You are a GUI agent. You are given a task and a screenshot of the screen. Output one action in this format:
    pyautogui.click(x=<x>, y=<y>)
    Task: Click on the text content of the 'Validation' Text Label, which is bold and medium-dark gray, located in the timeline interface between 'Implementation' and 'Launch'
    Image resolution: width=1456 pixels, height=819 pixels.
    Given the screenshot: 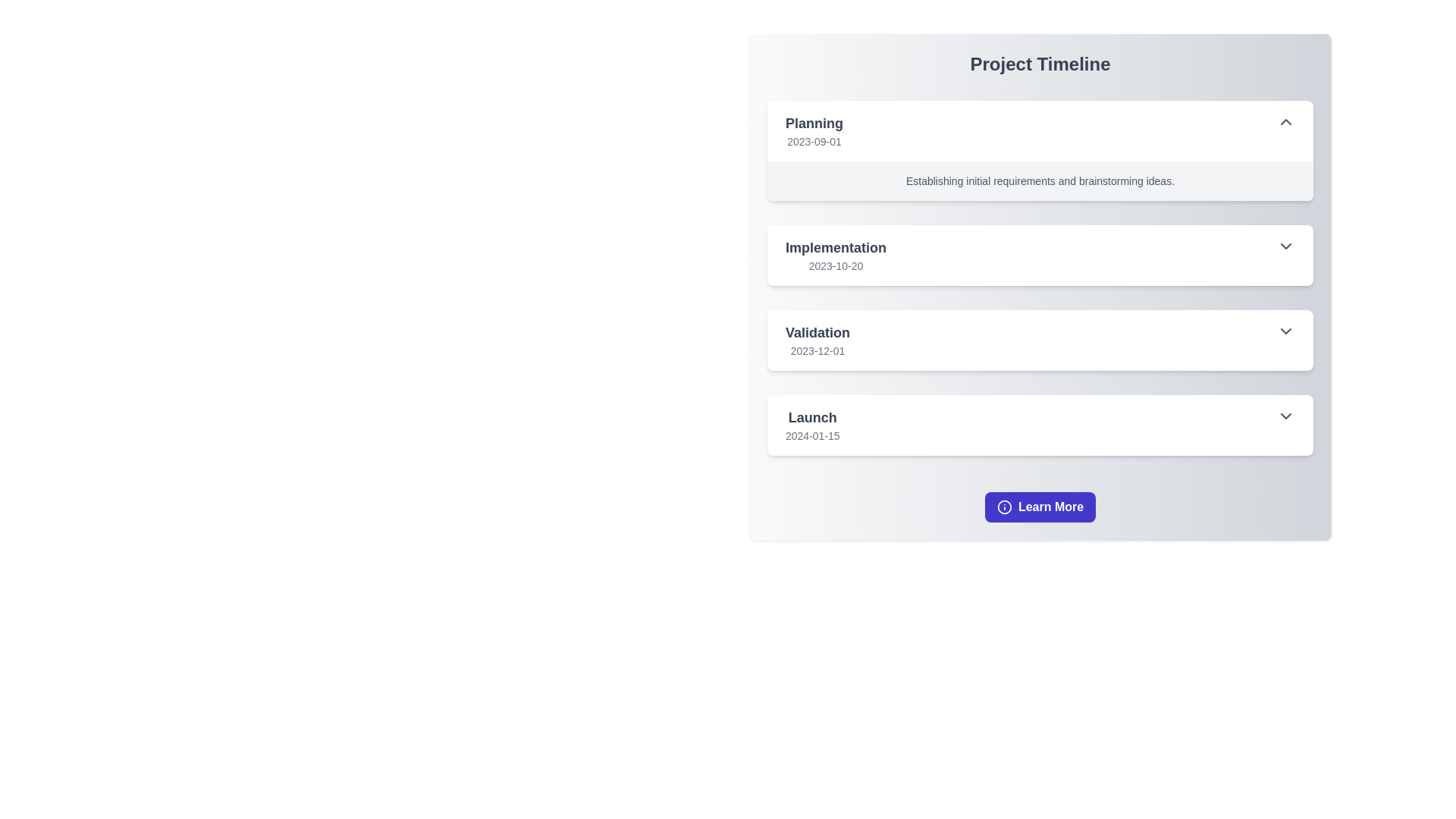 What is the action you would take?
    pyautogui.click(x=817, y=332)
    